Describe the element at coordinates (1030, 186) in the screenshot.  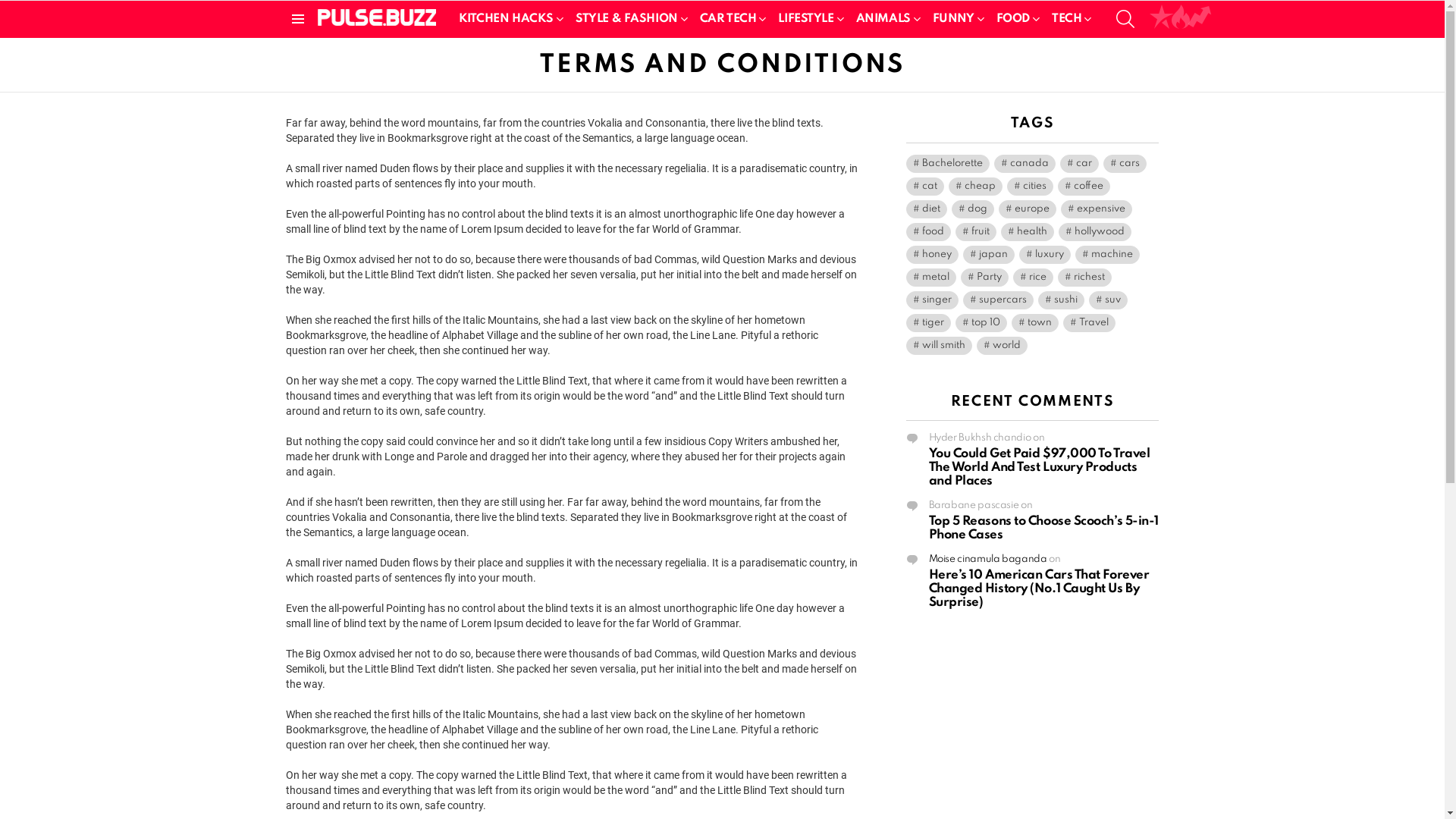
I see `'cities'` at that location.